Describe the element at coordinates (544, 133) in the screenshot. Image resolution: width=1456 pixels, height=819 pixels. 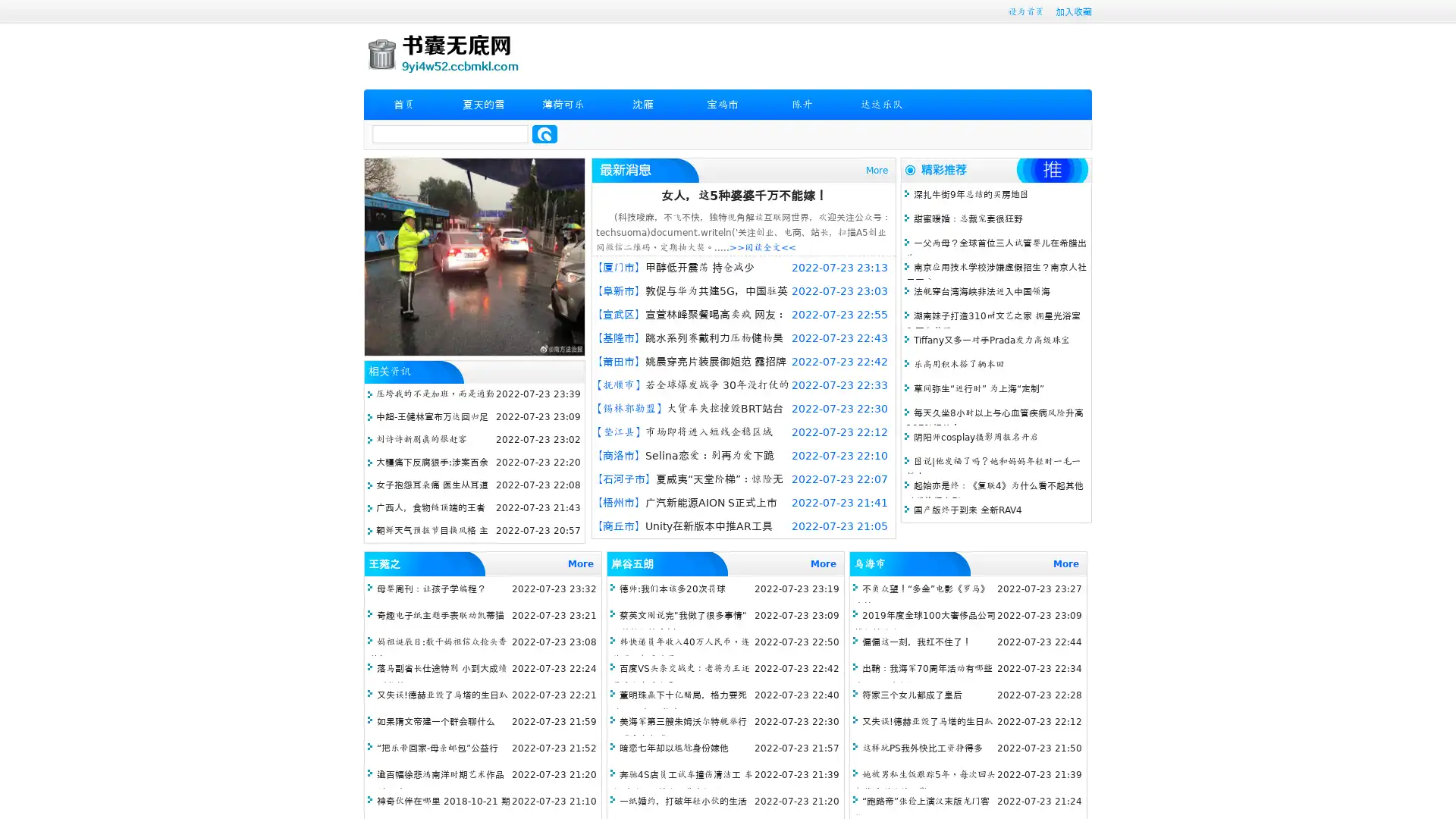
I see `Search` at that location.